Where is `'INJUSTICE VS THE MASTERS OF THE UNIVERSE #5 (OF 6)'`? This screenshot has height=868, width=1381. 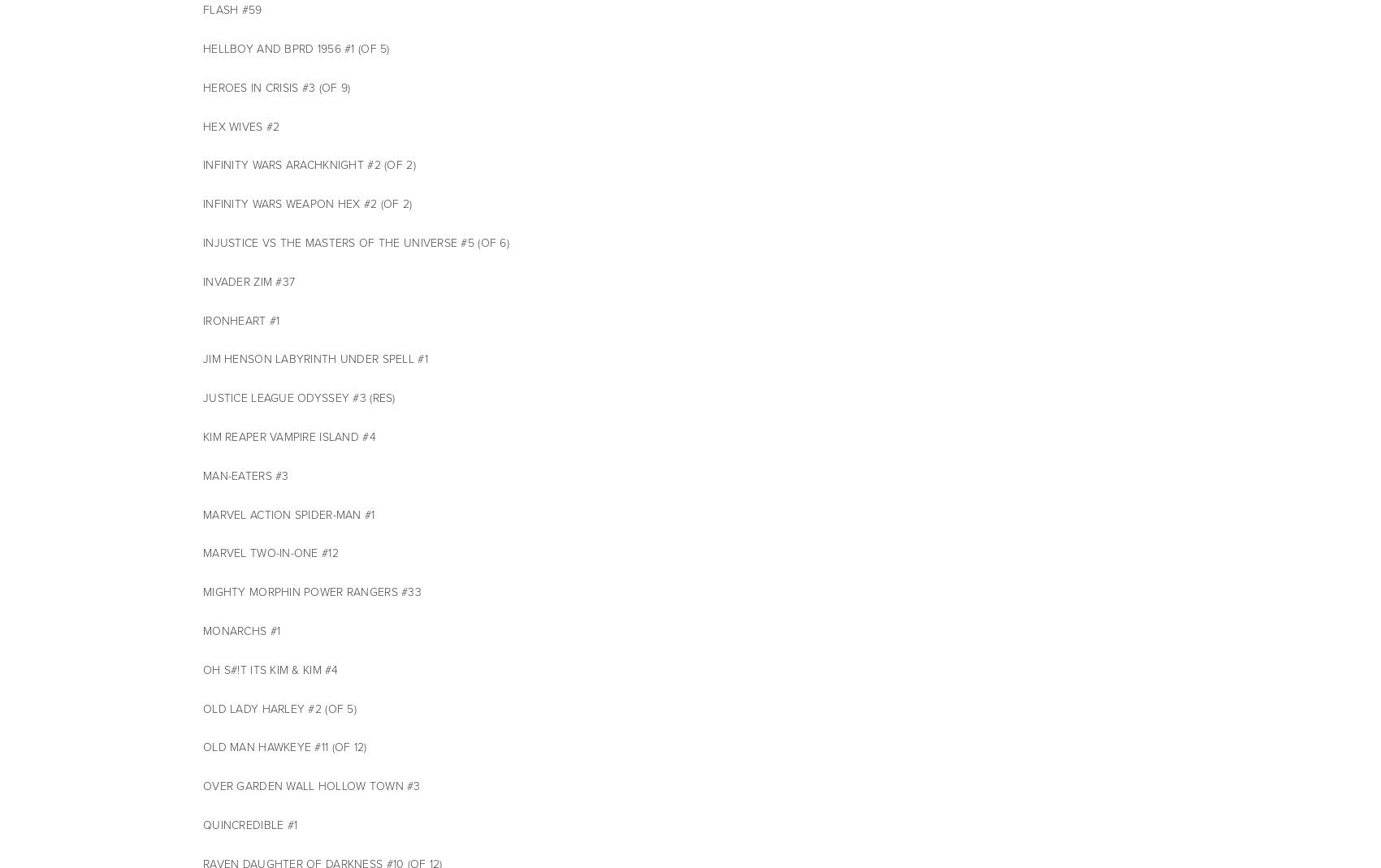 'INJUSTICE VS THE MASTERS OF THE UNIVERSE #5 (OF 6)' is located at coordinates (203, 242).